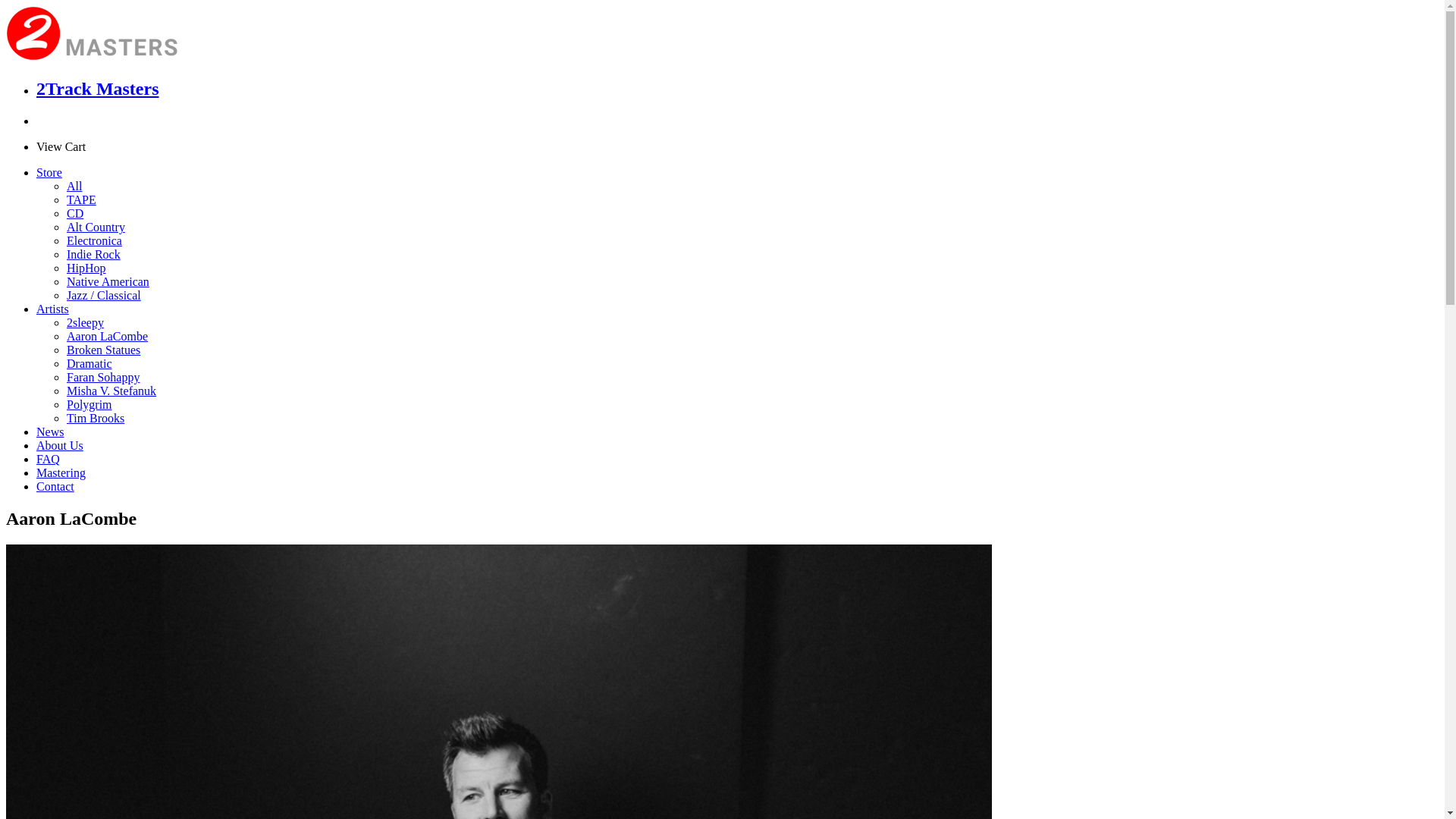  What do you see at coordinates (89, 363) in the screenshot?
I see `'Dramatic'` at bounding box center [89, 363].